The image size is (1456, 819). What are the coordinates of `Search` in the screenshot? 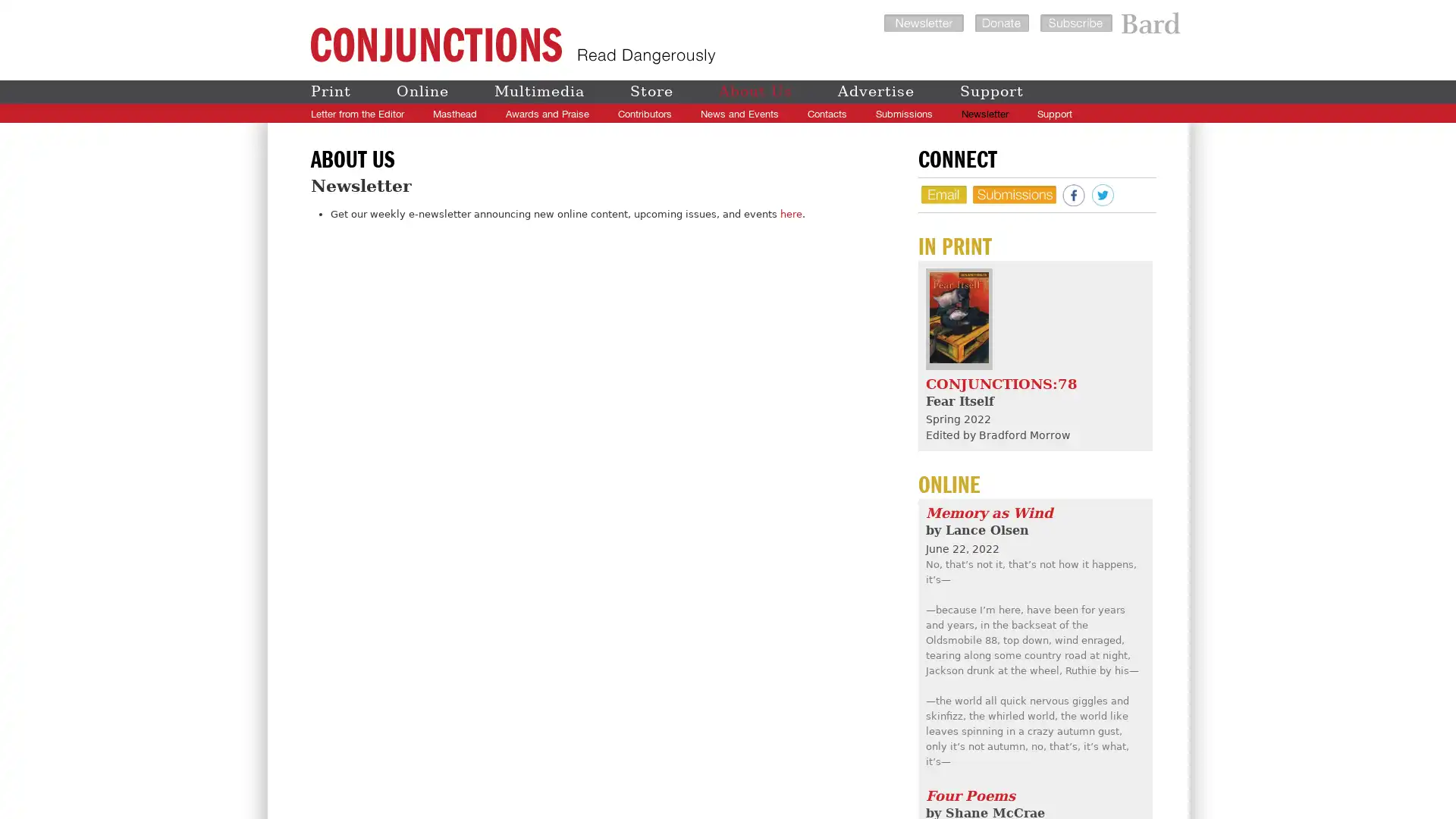 It's located at (1140, 113).